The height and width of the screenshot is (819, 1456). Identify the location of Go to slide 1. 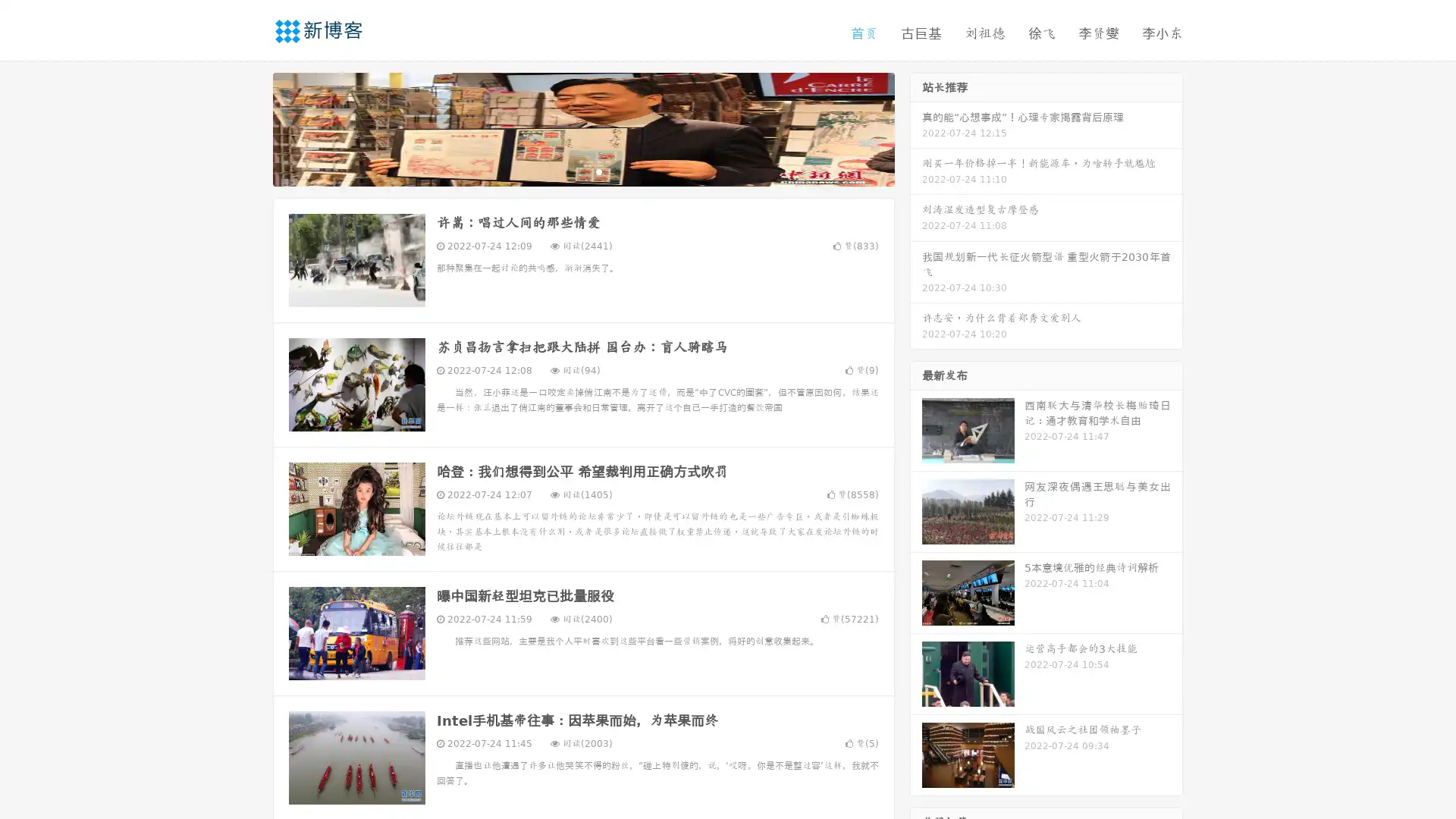
(567, 171).